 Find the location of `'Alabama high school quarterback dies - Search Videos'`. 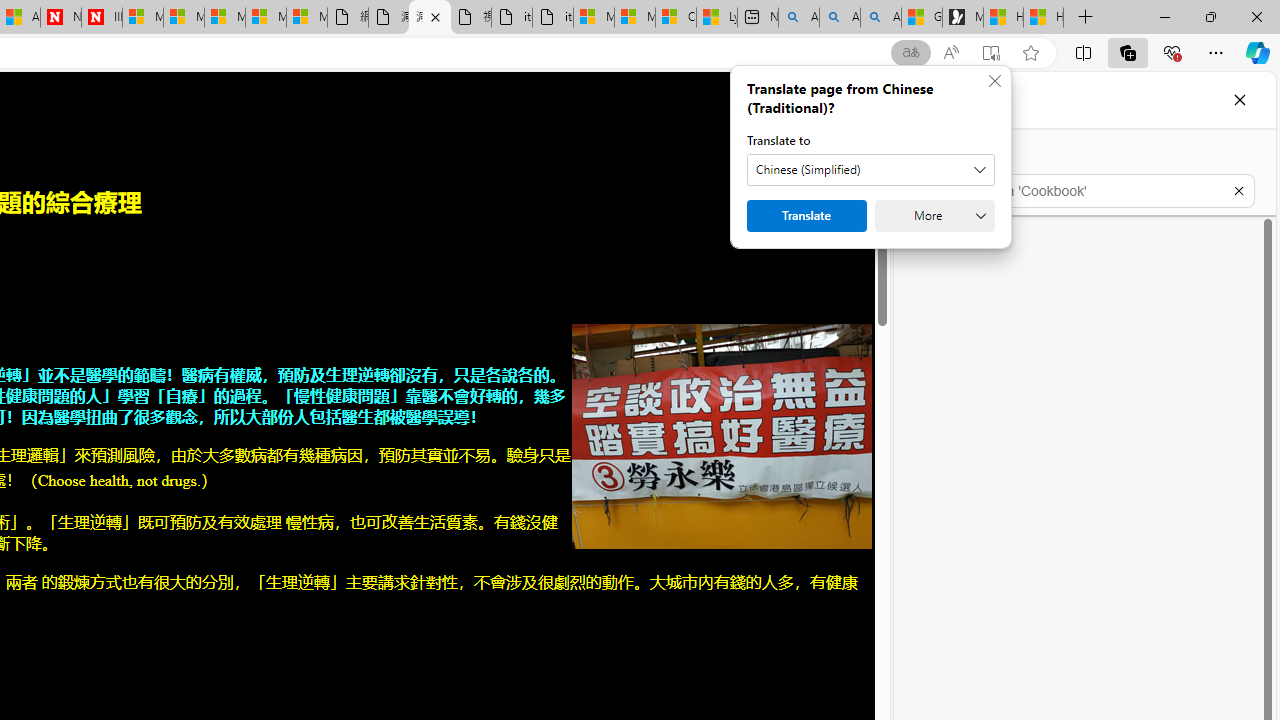

'Alabama high school quarterback dies - Search Videos' is located at coordinates (880, 17).